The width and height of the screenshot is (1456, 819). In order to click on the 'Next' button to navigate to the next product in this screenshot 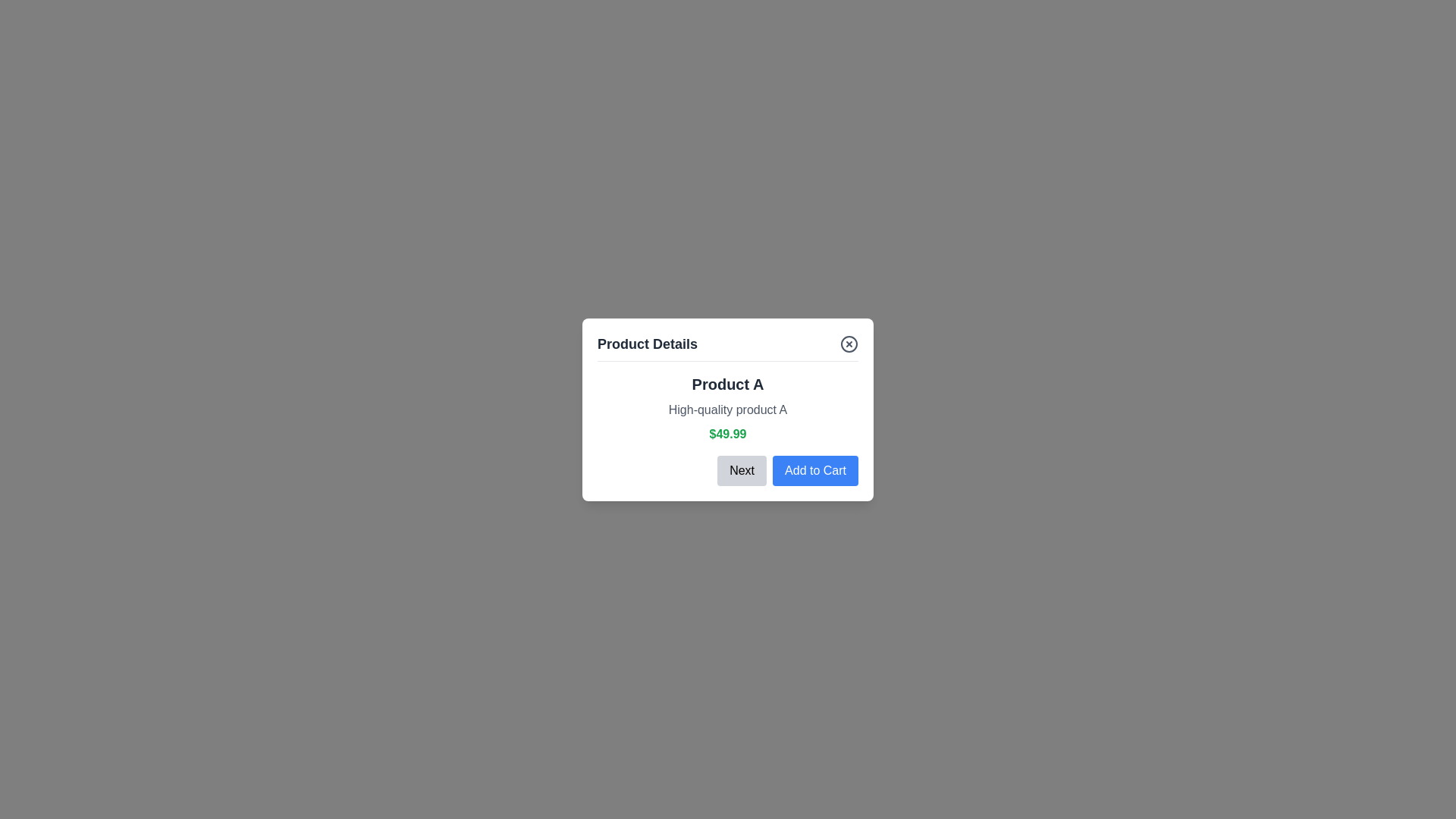, I will do `click(742, 469)`.